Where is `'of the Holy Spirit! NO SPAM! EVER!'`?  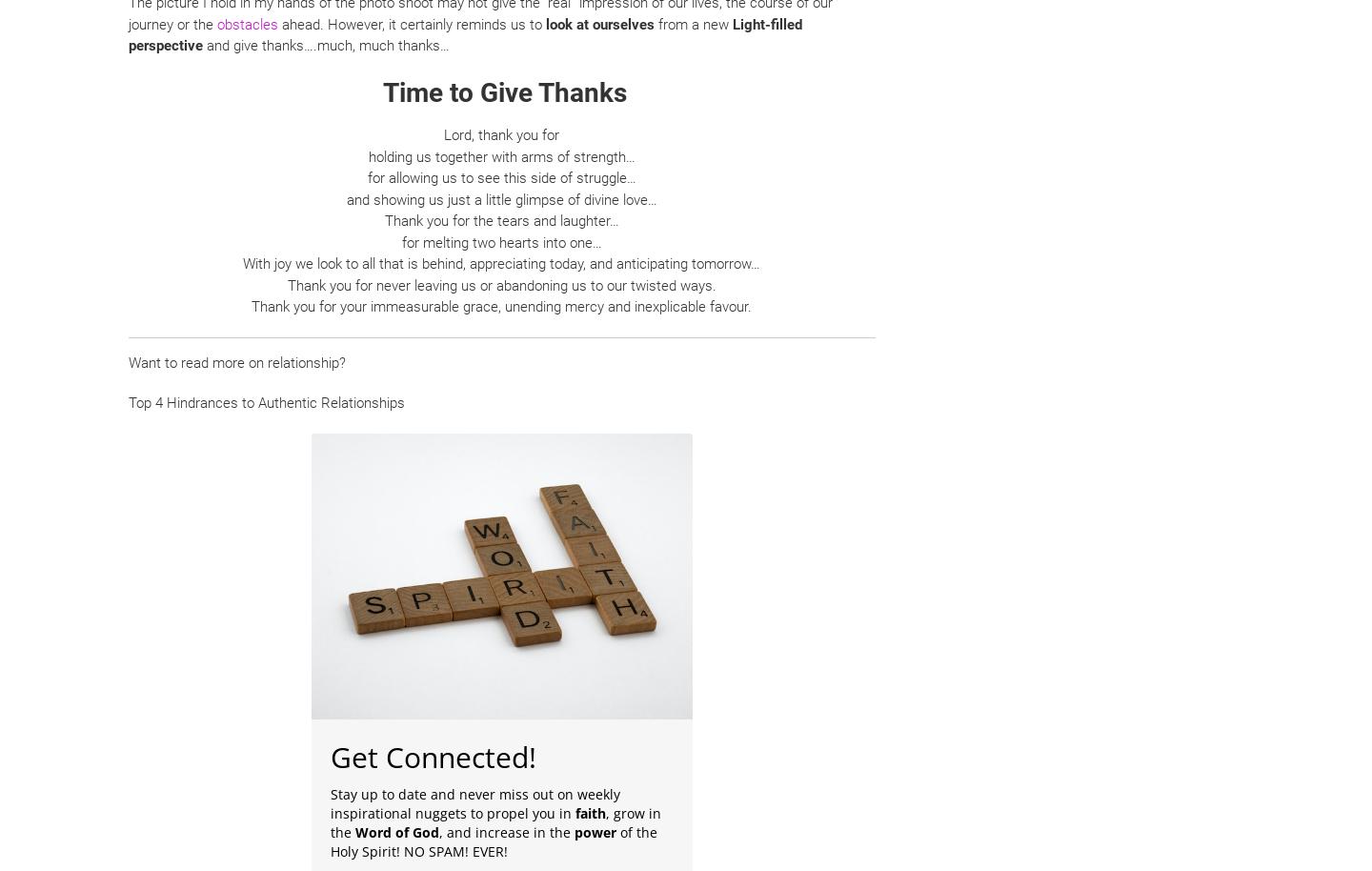
'of the Holy Spirit! NO SPAM! EVER!' is located at coordinates (492, 840).